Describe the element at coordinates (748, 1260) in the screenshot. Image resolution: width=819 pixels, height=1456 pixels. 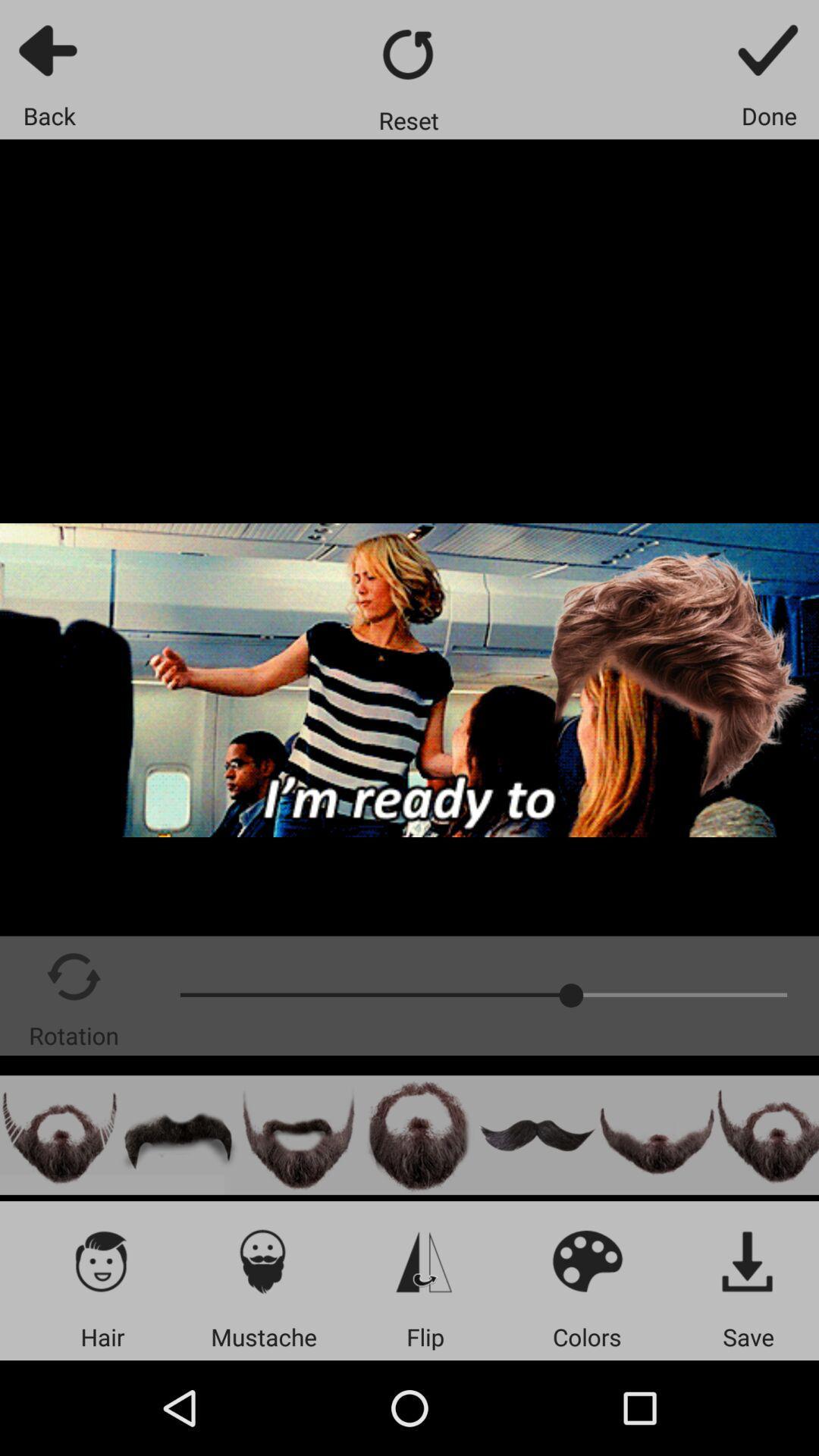
I see `the item above the save app` at that location.